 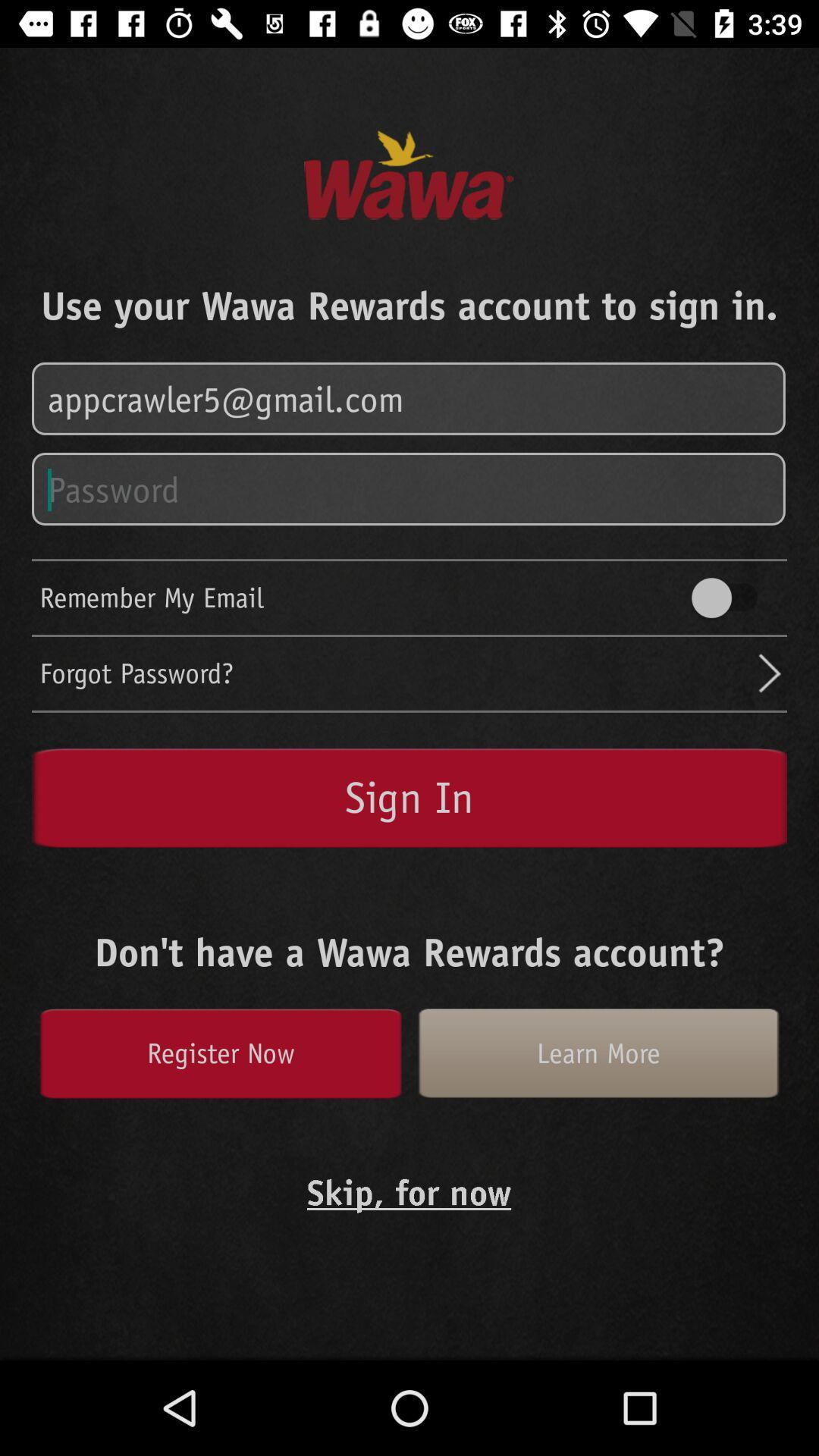 I want to click on appcrawler5@gmail.com, so click(x=409, y=399).